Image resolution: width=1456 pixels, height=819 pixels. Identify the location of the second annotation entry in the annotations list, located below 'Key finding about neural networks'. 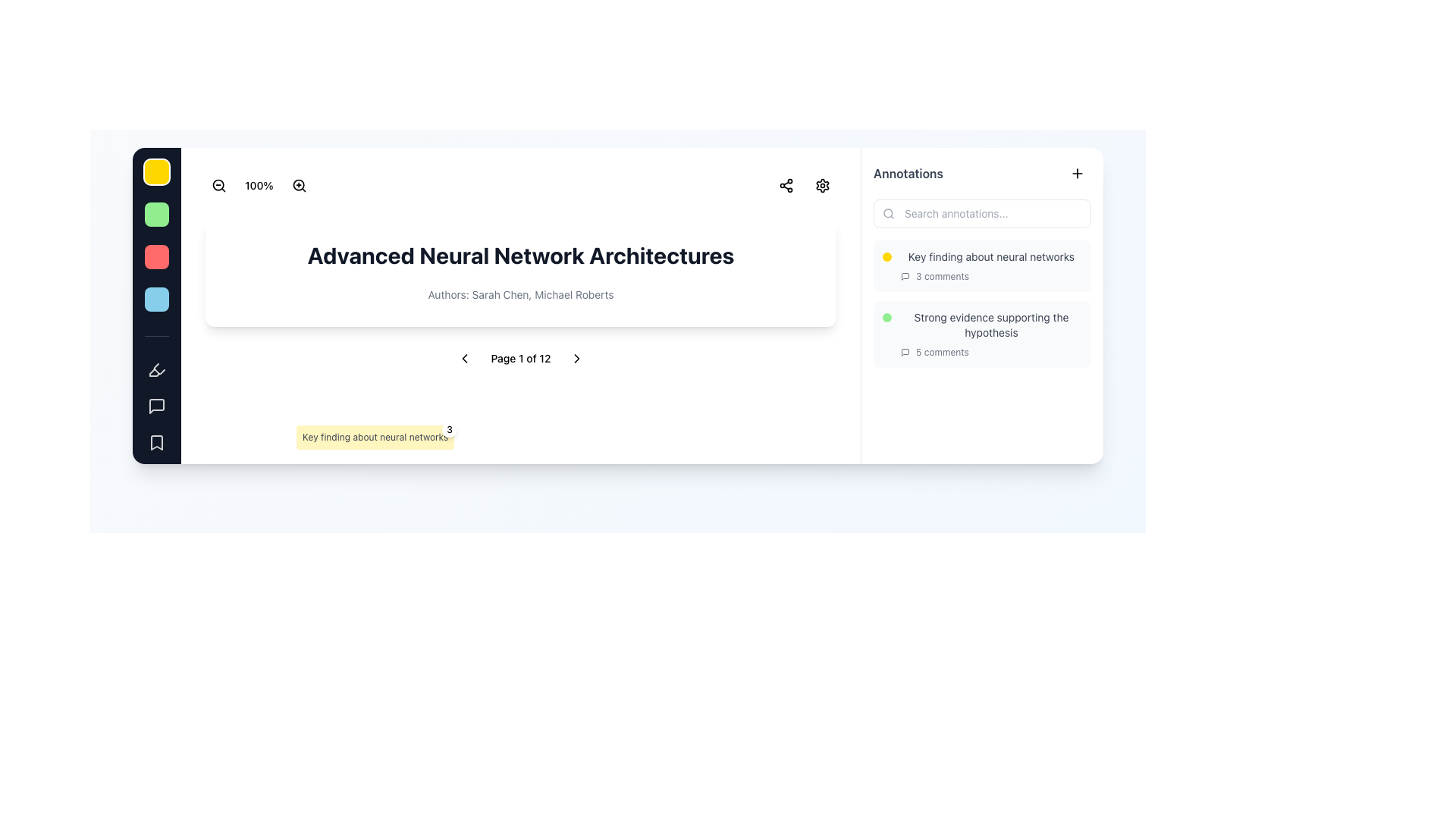
(991, 333).